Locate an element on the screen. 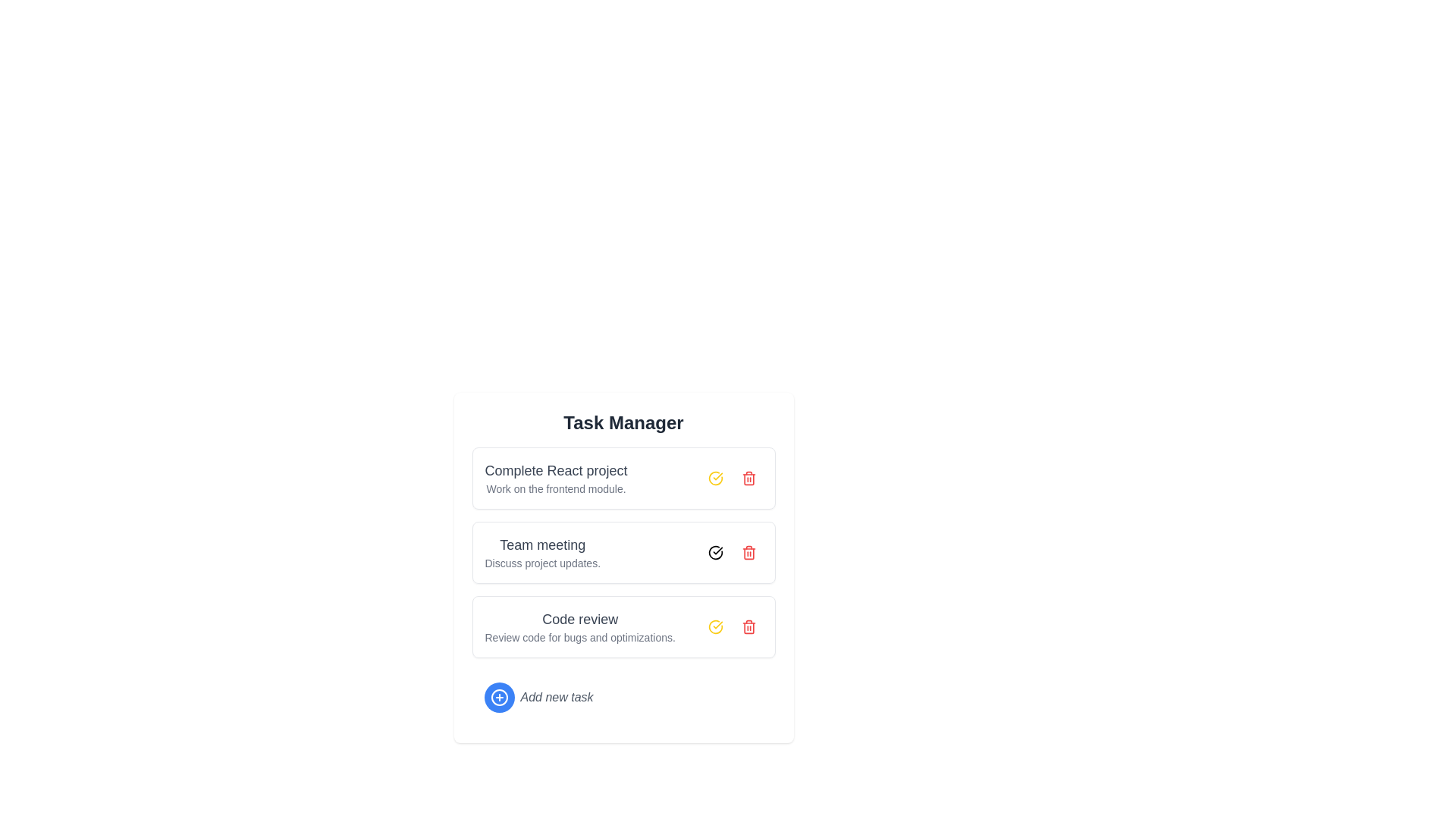  the text label displaying the title of the specific task in the second task box under the 'Task Manager' header is located at coordinates (542, 544).